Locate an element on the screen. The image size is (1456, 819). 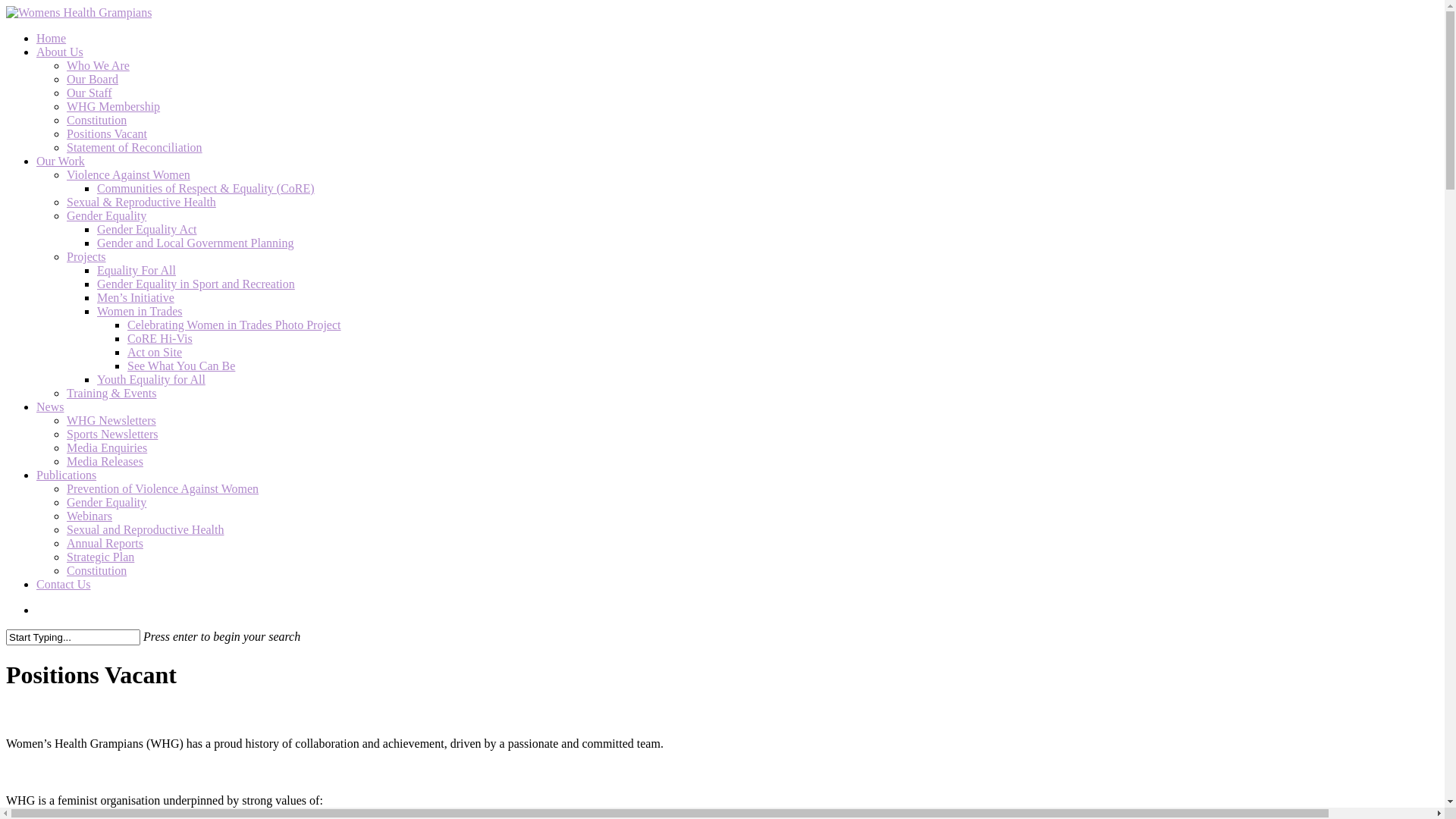
'Violence Against Women' is located at coordinates (128, 174).